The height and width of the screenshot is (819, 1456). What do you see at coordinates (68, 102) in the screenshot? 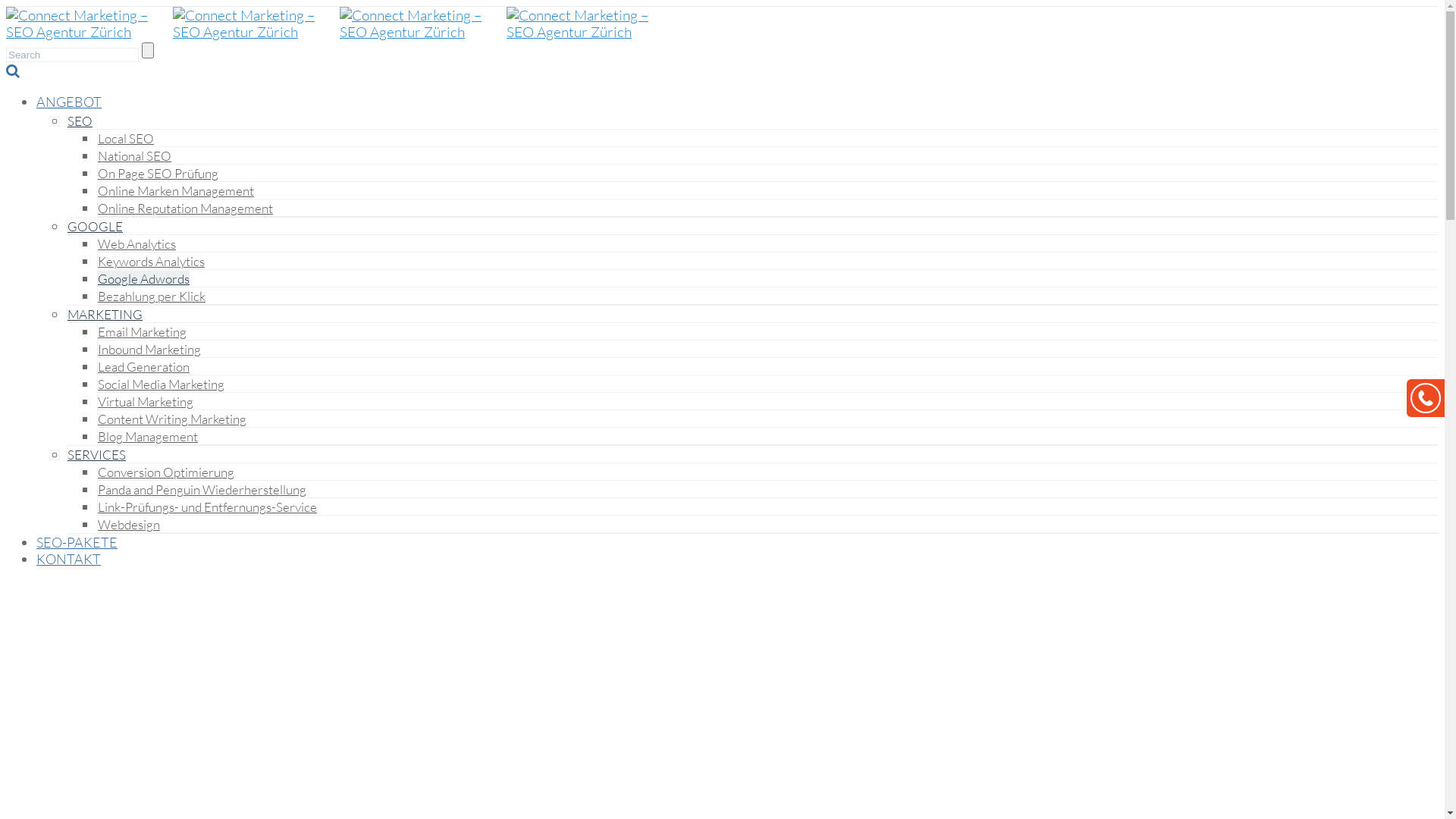
I see `'ANGEBOT'` at bounding box center [68, 102].